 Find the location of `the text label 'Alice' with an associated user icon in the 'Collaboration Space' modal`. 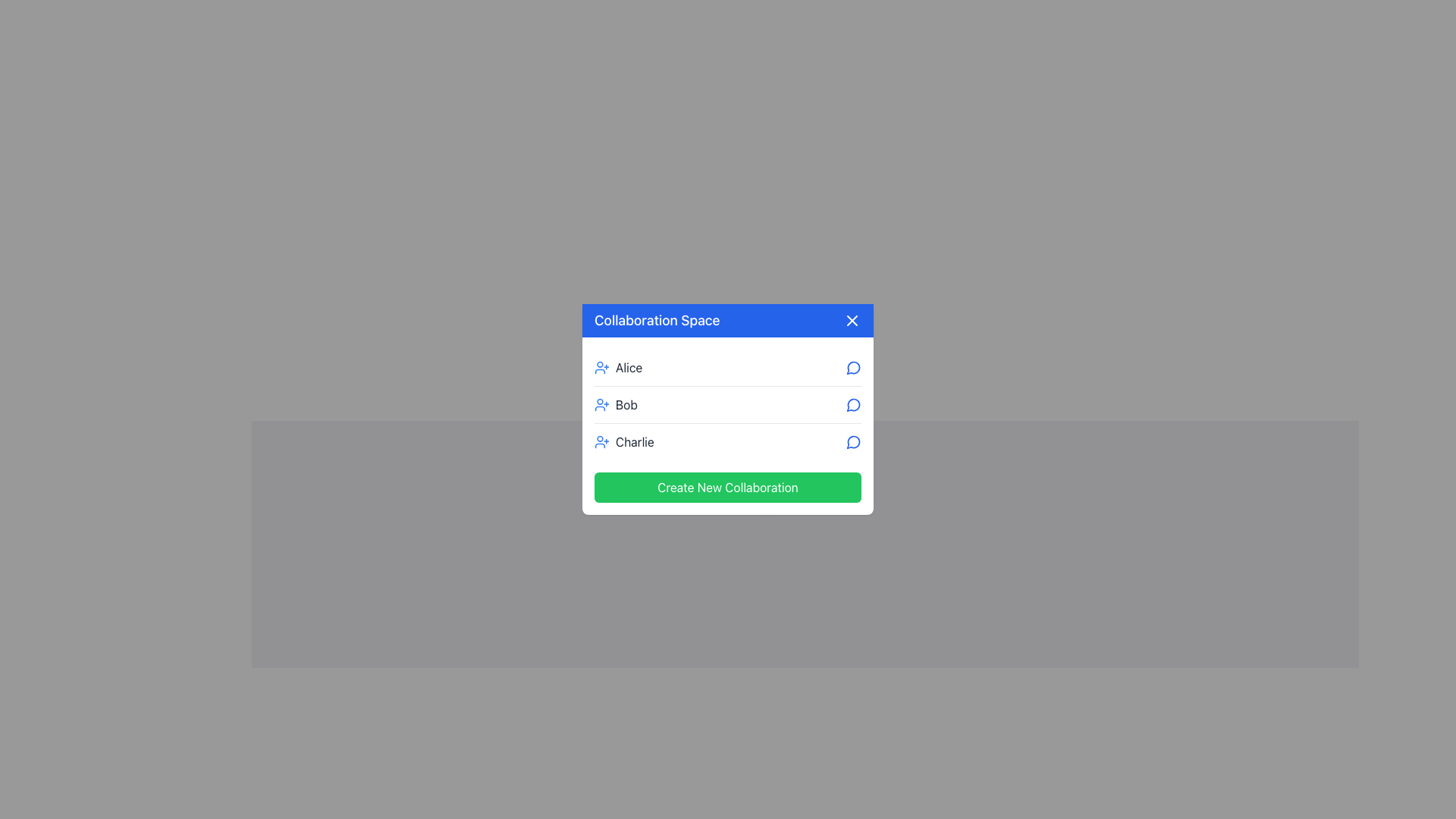

the text label 'Alice' with an associated user icon in the 'Collaboration Space' modal is located at coordinates (618, 368).